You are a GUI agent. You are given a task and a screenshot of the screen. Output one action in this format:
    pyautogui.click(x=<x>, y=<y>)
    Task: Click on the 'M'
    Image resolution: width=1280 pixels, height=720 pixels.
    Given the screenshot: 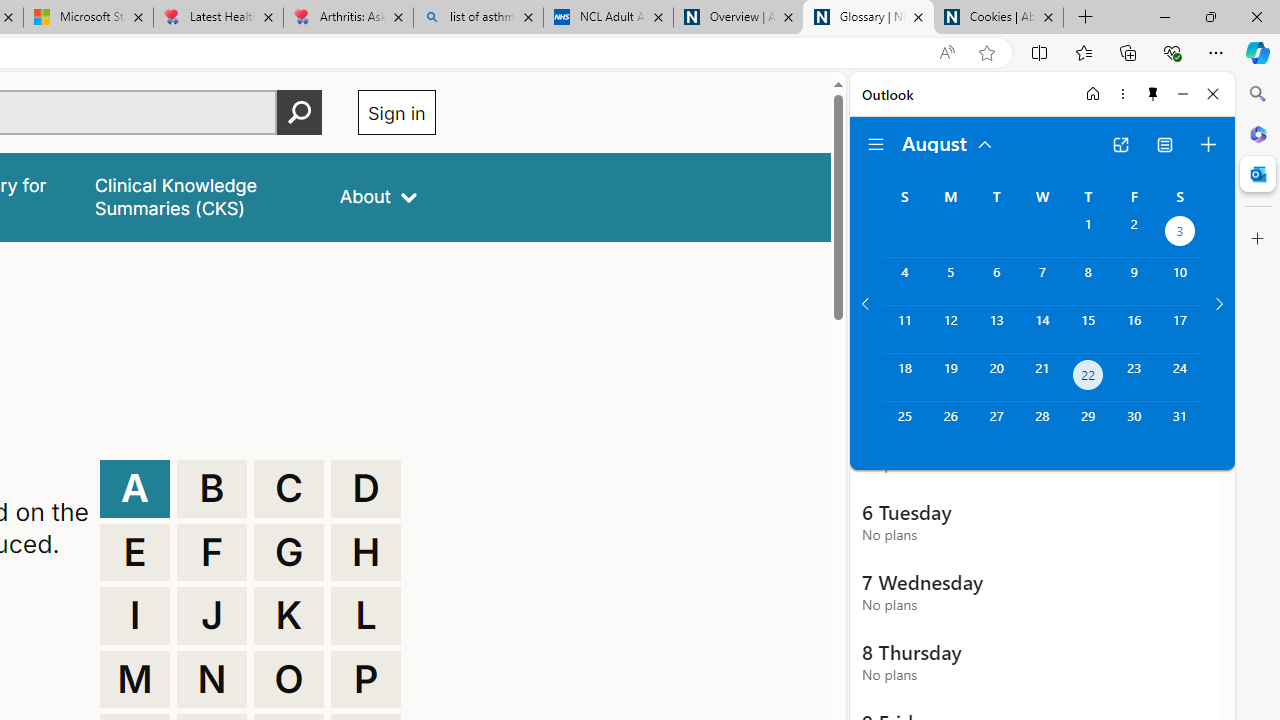 What is the action you would take?
    pyautogui.click(x=134, y=678)
    